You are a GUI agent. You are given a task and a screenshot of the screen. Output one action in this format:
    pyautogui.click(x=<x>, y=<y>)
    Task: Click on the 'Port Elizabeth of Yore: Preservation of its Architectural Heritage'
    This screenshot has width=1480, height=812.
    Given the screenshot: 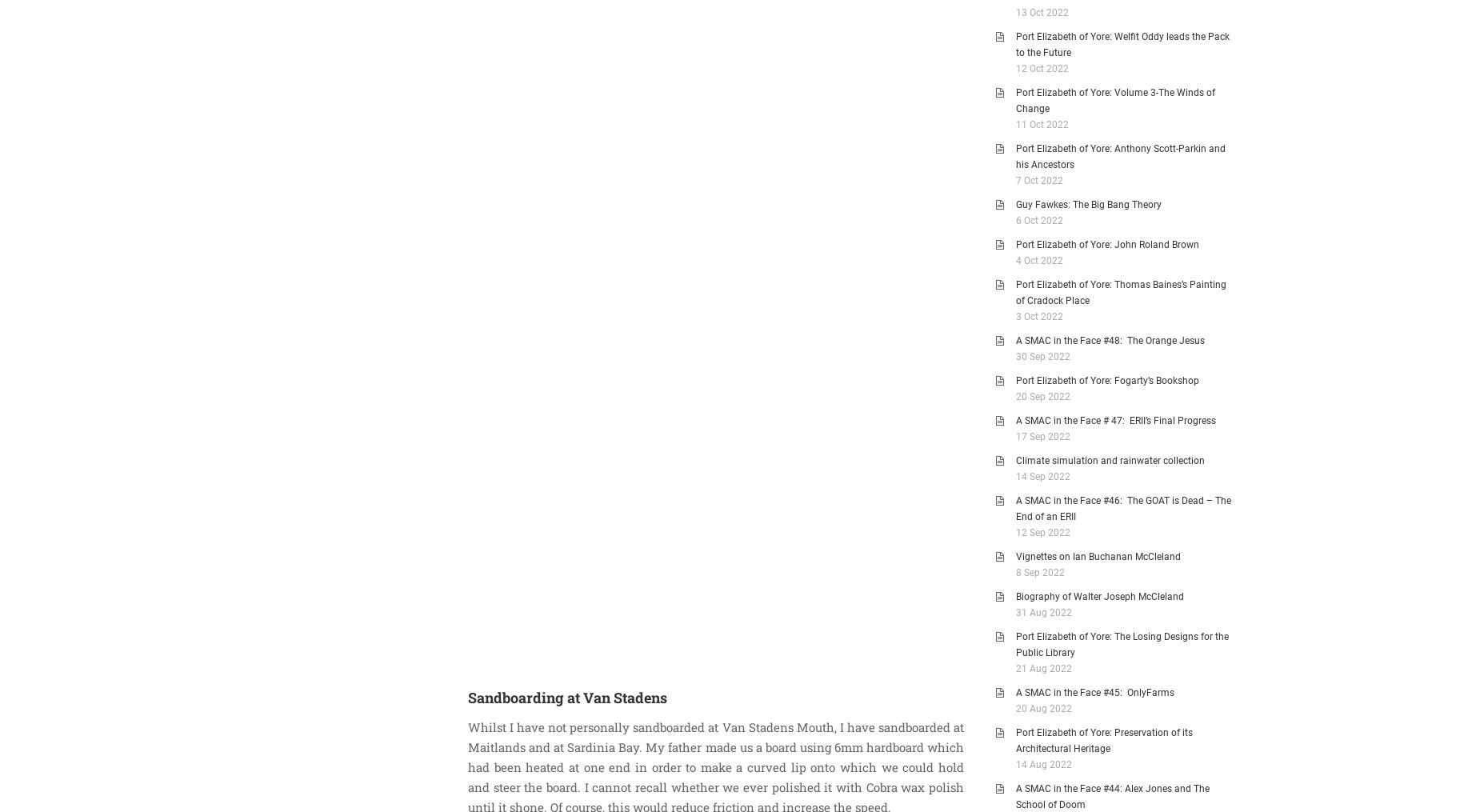 What is the action you would take?
    pyautogui.click(x=1015, y=739)
    